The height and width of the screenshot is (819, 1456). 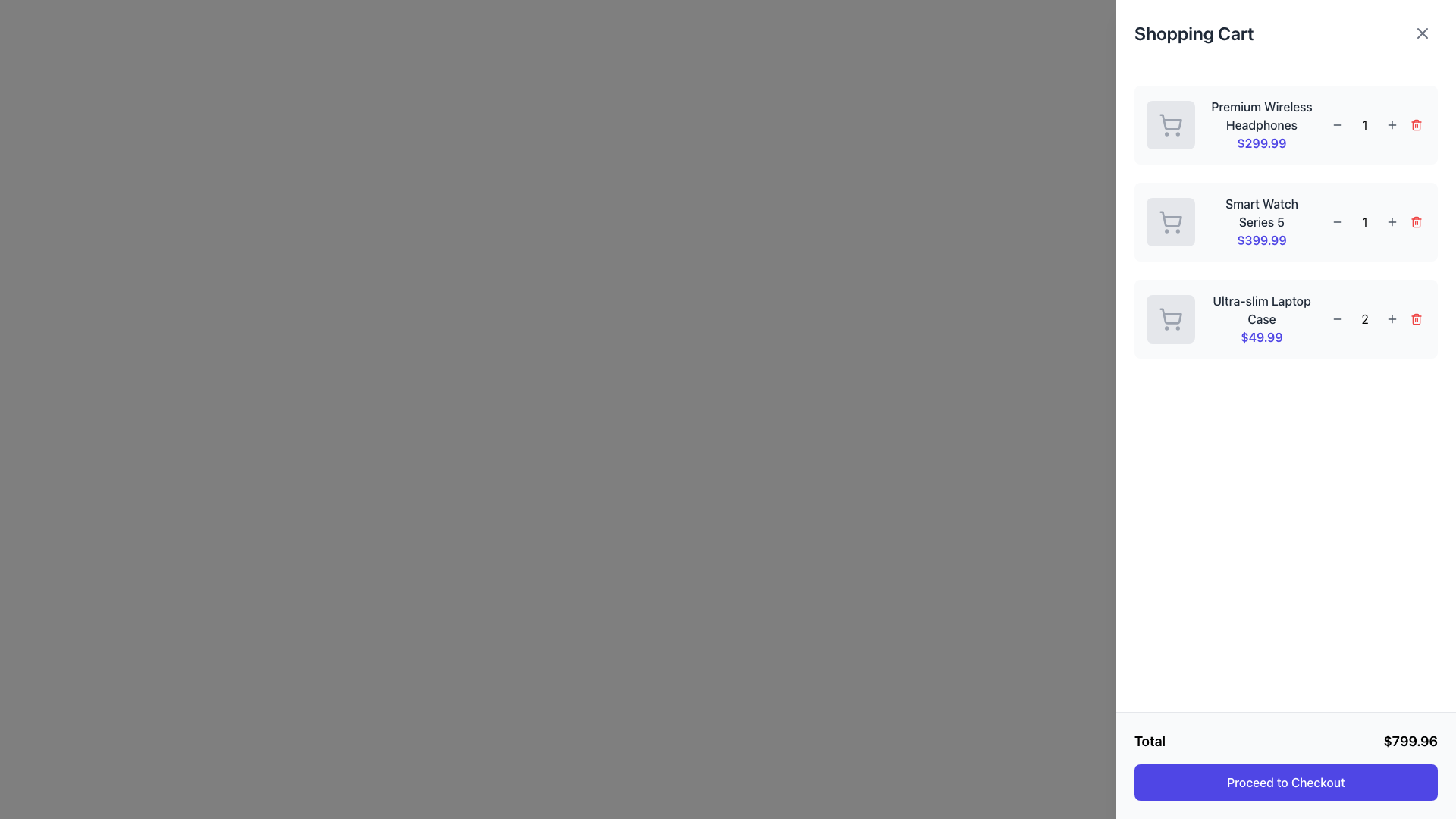 What do you see at coordinates (1337, 124) in the screenshot?
I see `the button located to the right of the product quantity number for the 'Premium Wireless Headphones' in the shopping cart to decrease the quantity` at bounding box center [1337, 124].